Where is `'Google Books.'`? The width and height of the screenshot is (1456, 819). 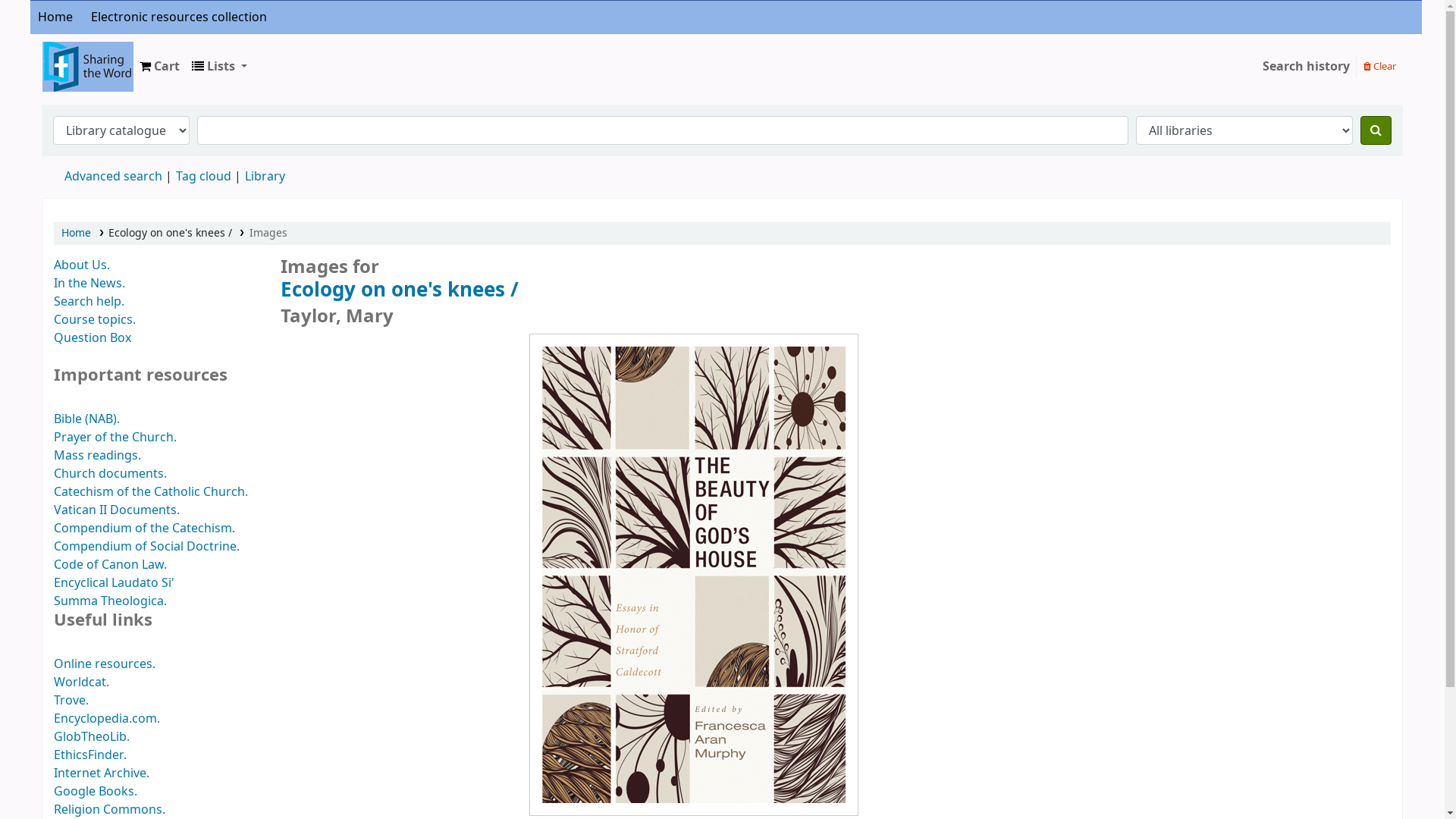 'Google Books.' is located at coordinates (94, 791).